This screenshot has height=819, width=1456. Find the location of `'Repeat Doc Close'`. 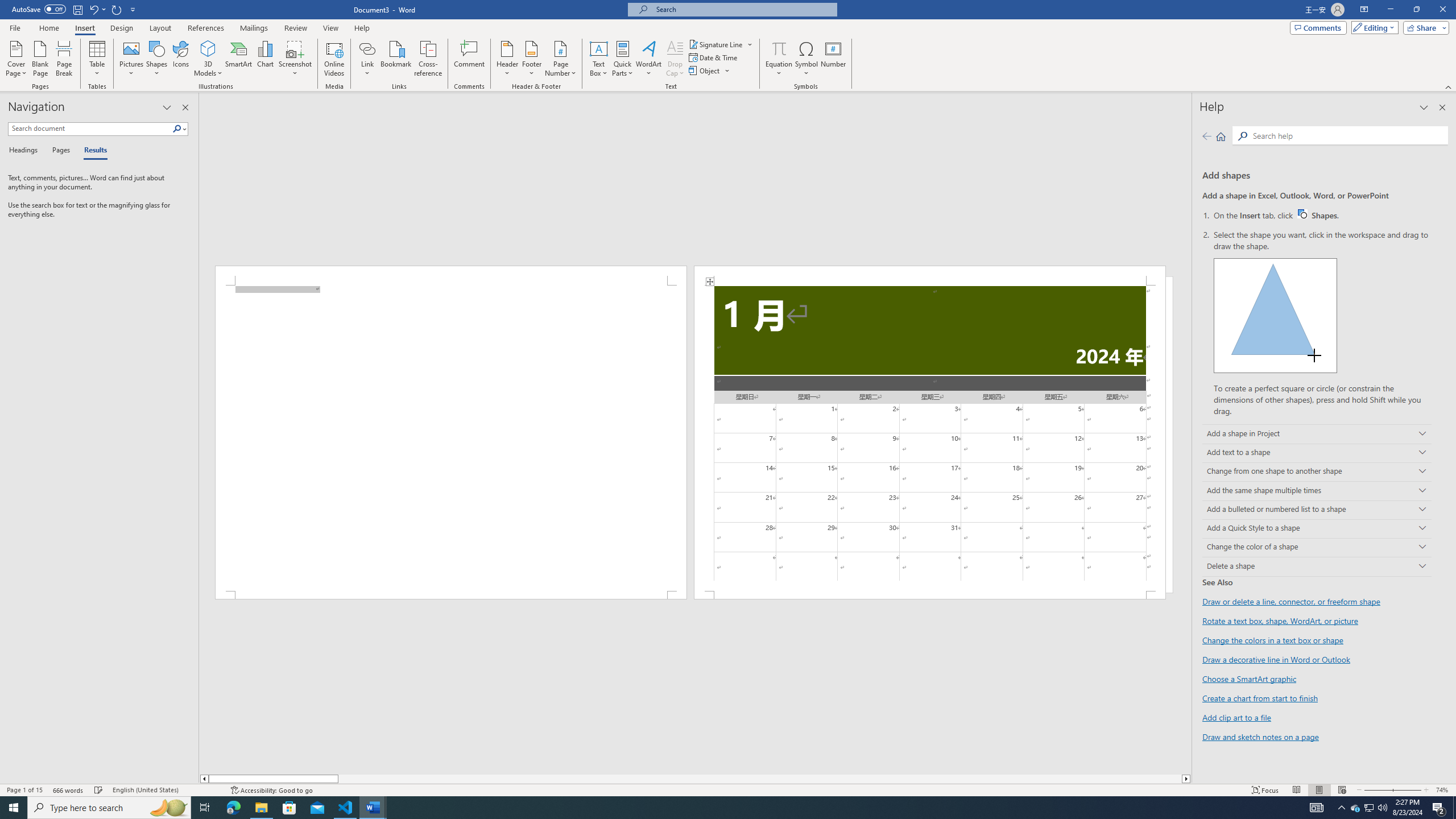

'Repeat Doc Close' is located at coordinates (117, 9).